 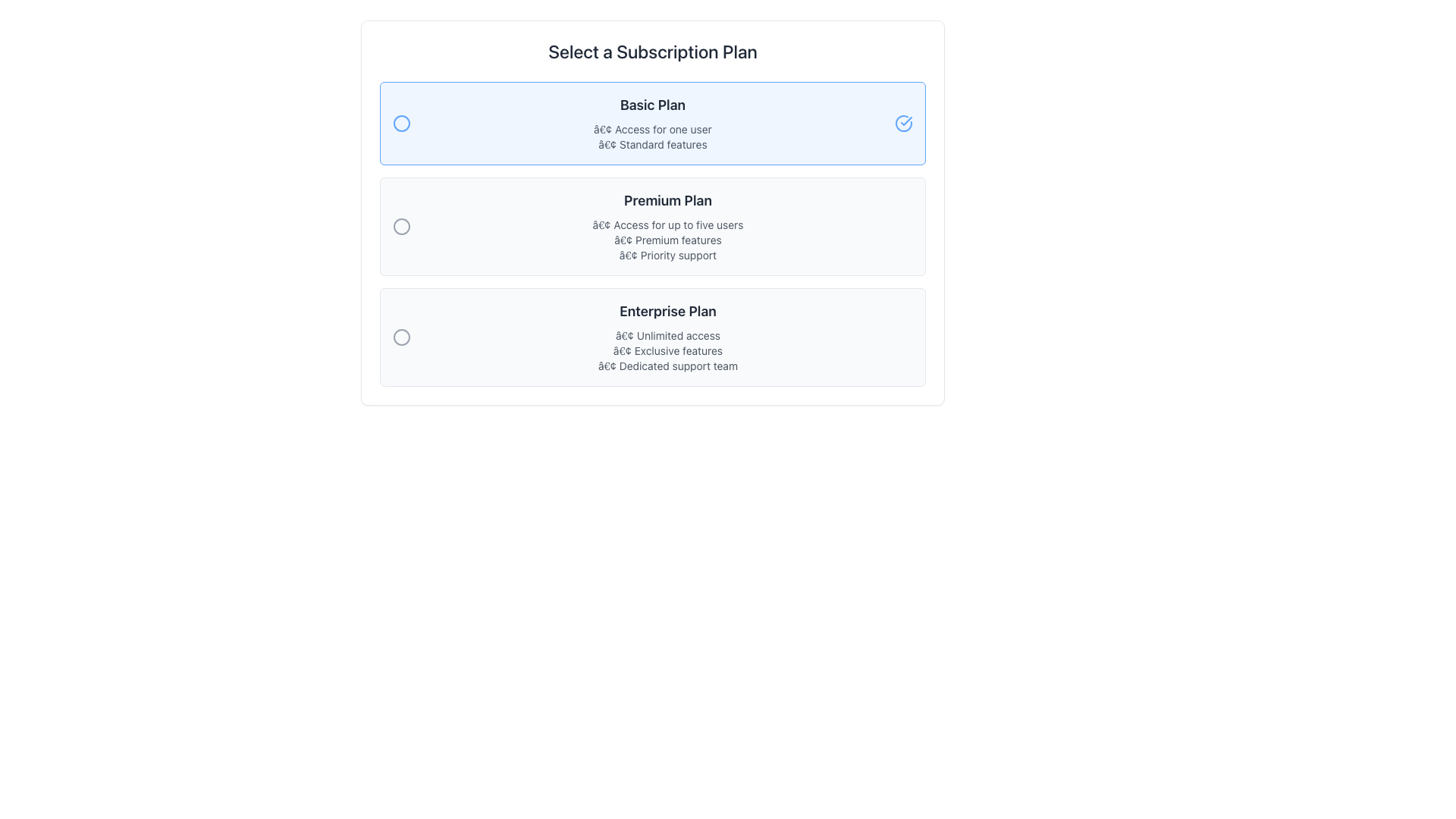 I want to click on the circular radio button with a blue outline, so click(x=401, y=122).